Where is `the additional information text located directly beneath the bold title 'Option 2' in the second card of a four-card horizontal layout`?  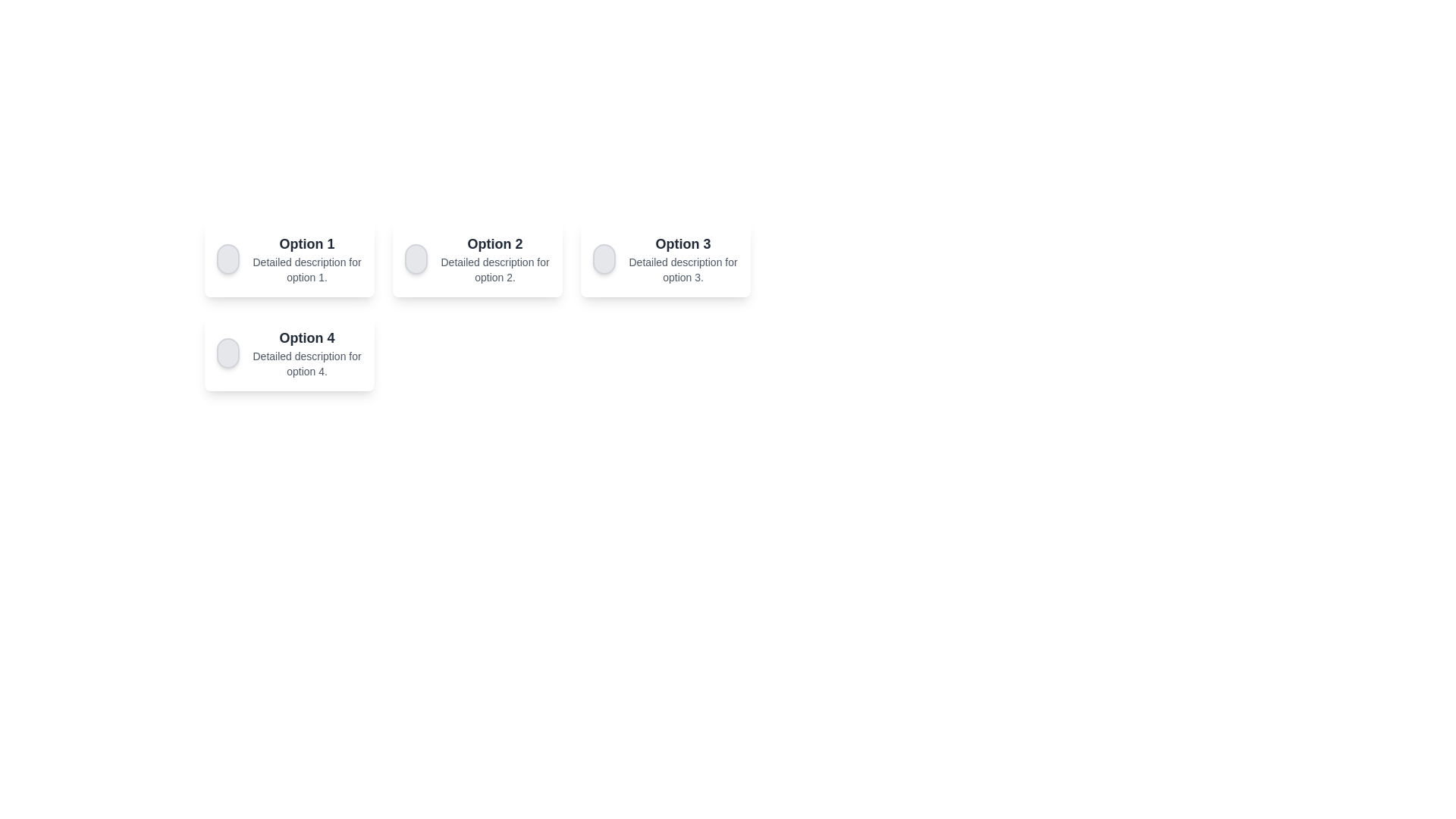
the additional information text located directly beneath the bold title 'Option 2' in the second card of a four-card horizontal layout is located at coordinates (494, 268).